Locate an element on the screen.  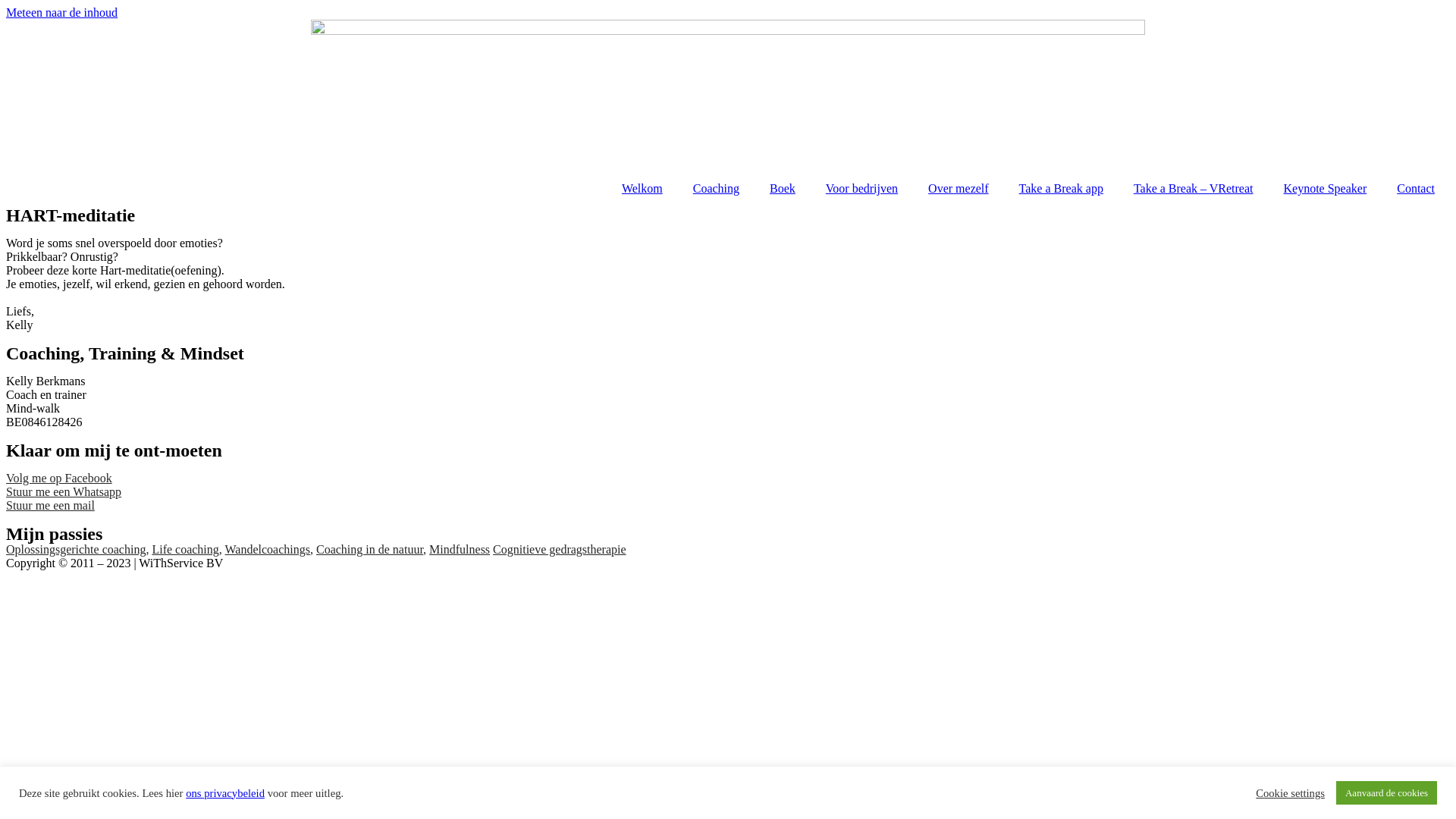
'Coaching in de natuur' is located at coordinates (369, 549).